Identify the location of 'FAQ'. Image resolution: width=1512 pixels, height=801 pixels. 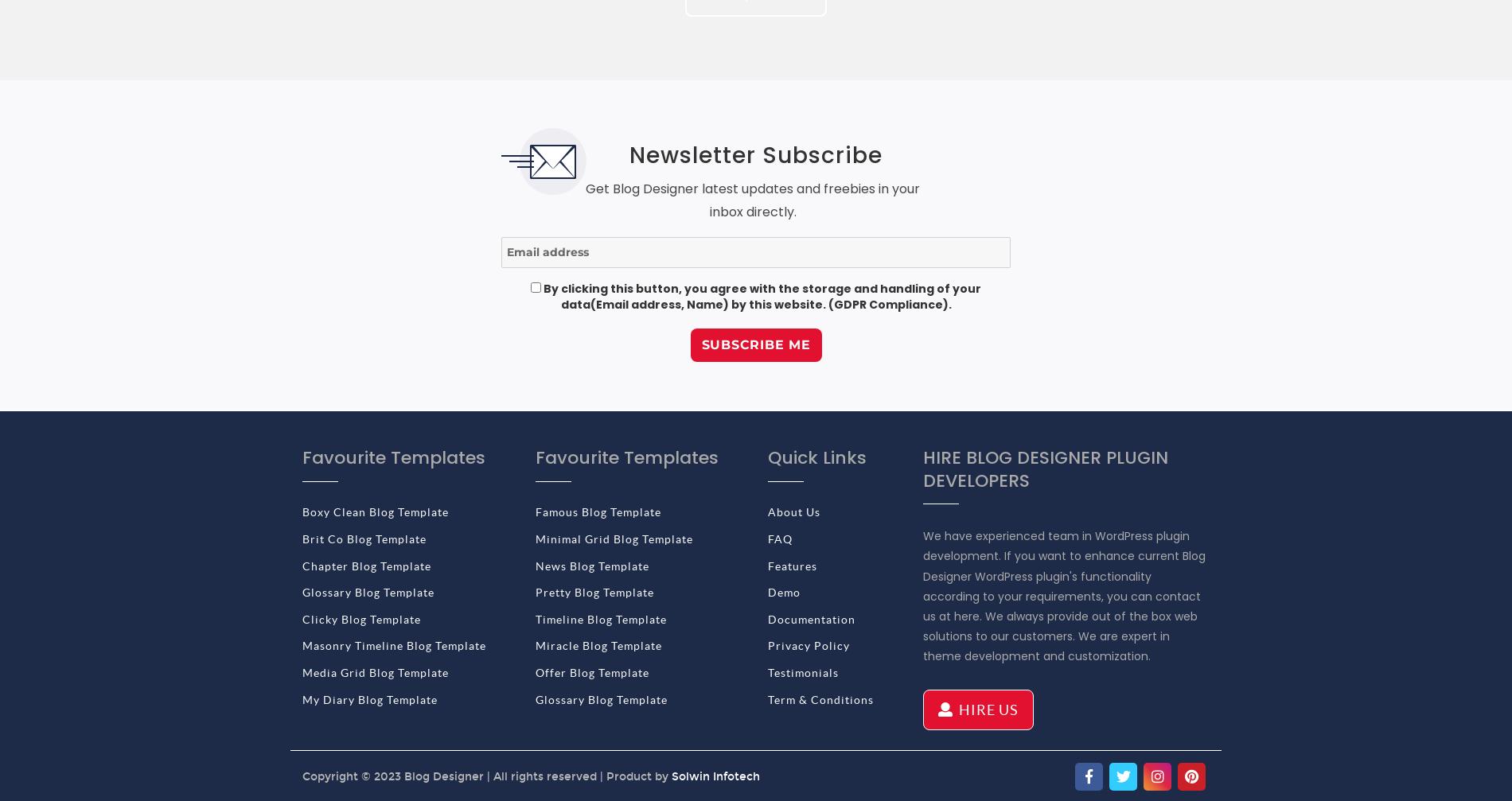
(780, 538).